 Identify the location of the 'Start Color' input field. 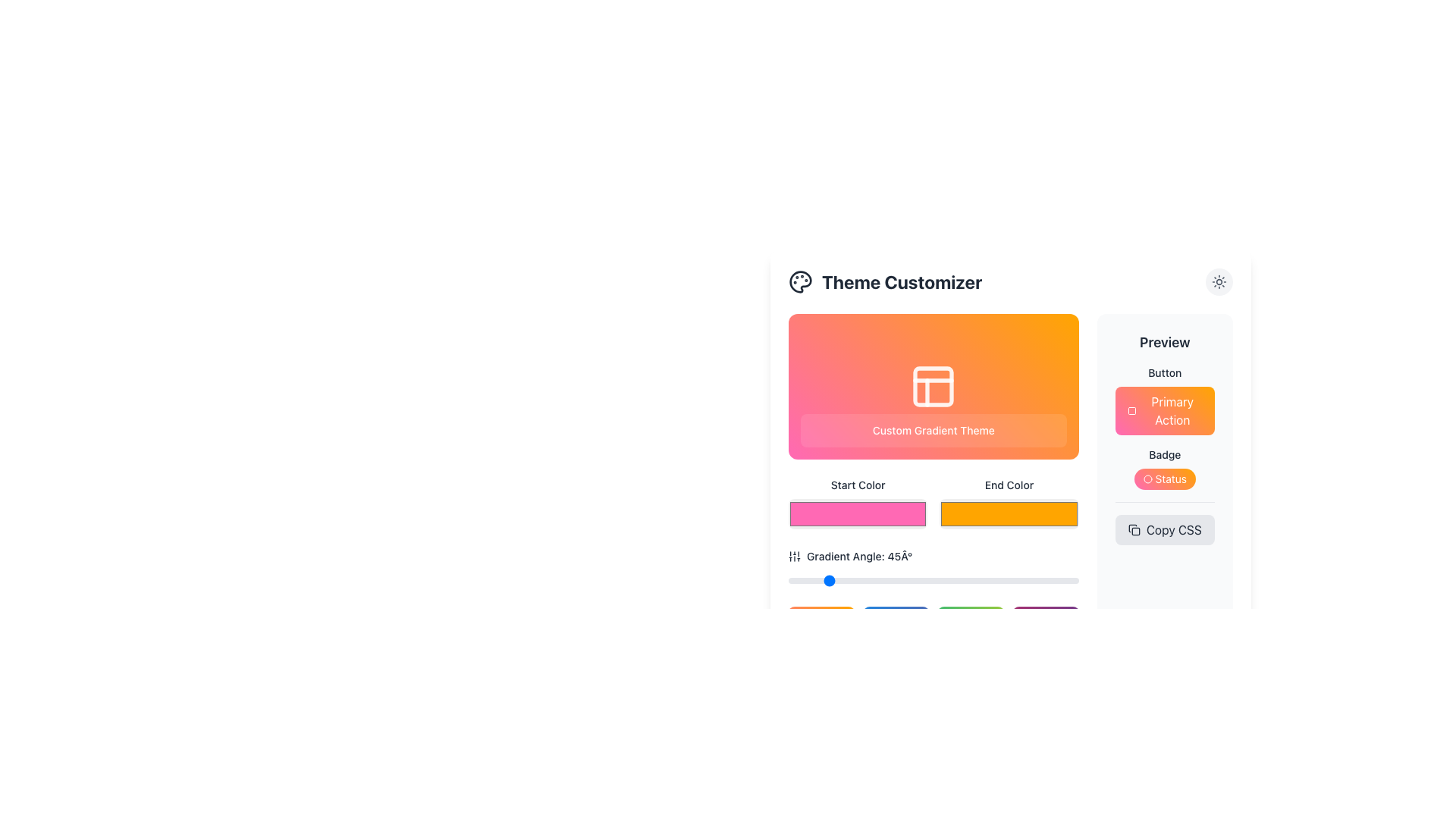
(858, 504).